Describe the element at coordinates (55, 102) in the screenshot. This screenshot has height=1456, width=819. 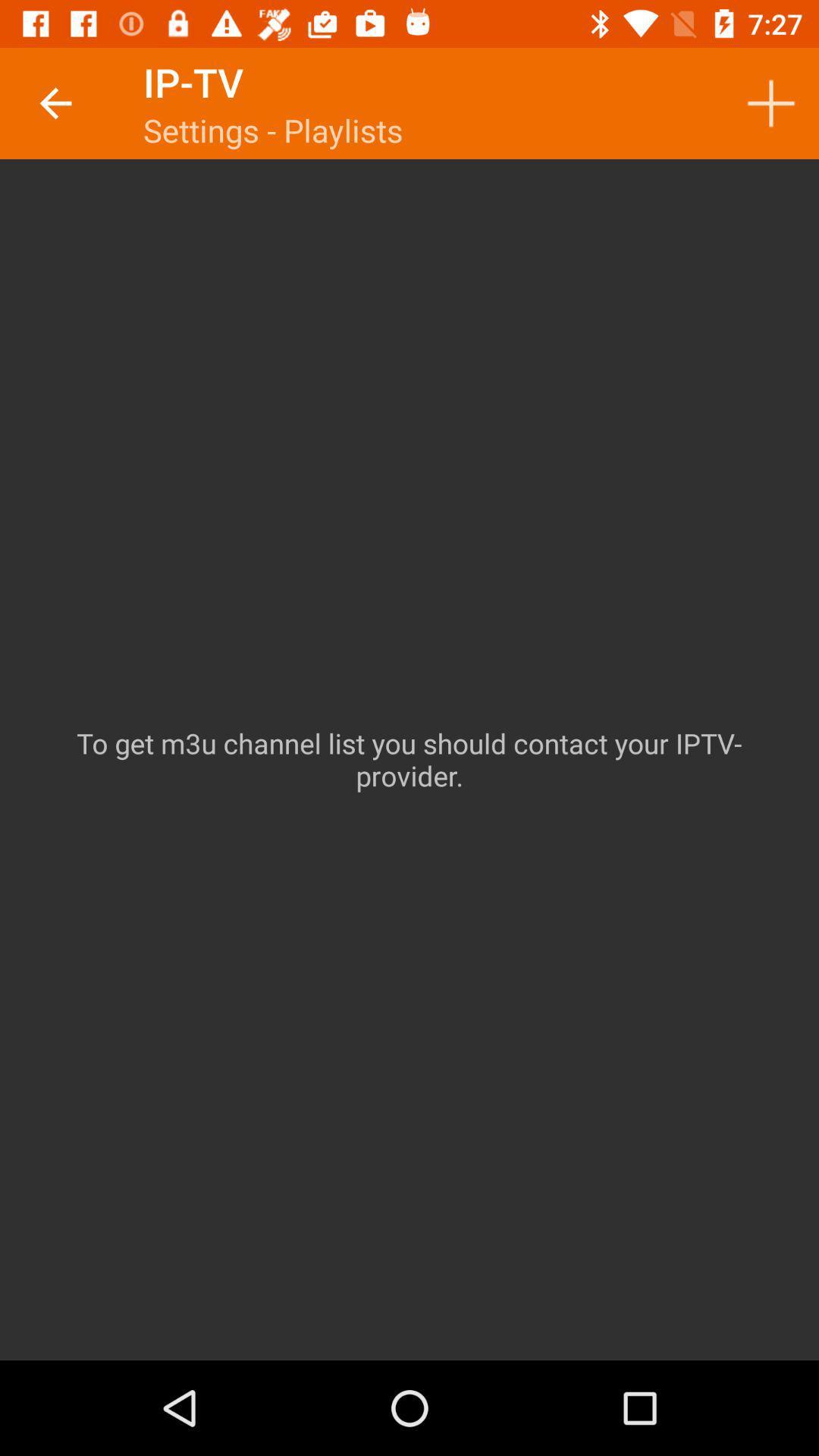
I see `icon next to ip-tv item` at that location.